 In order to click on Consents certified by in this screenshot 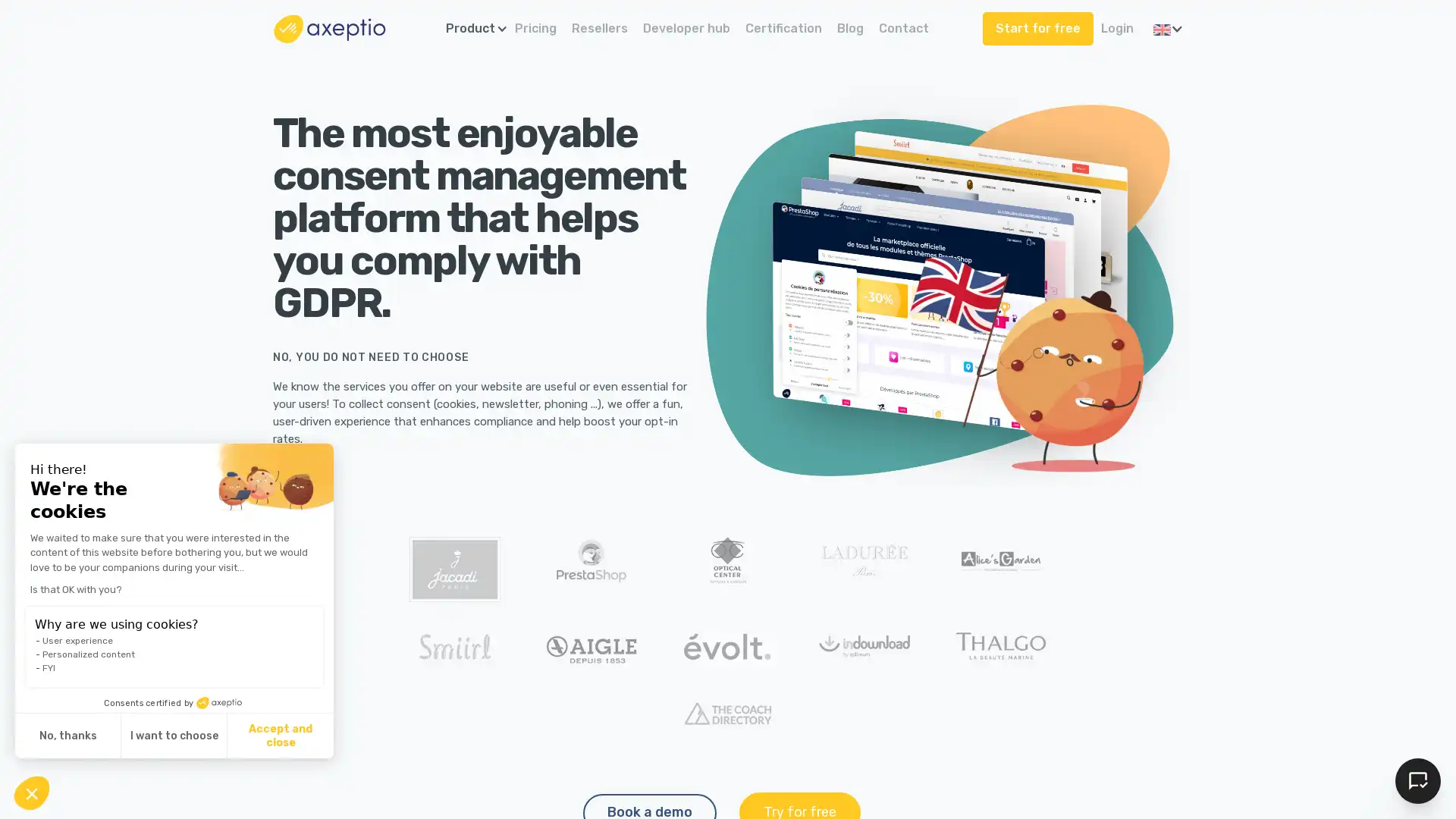, I will do `click(174, 702)`.